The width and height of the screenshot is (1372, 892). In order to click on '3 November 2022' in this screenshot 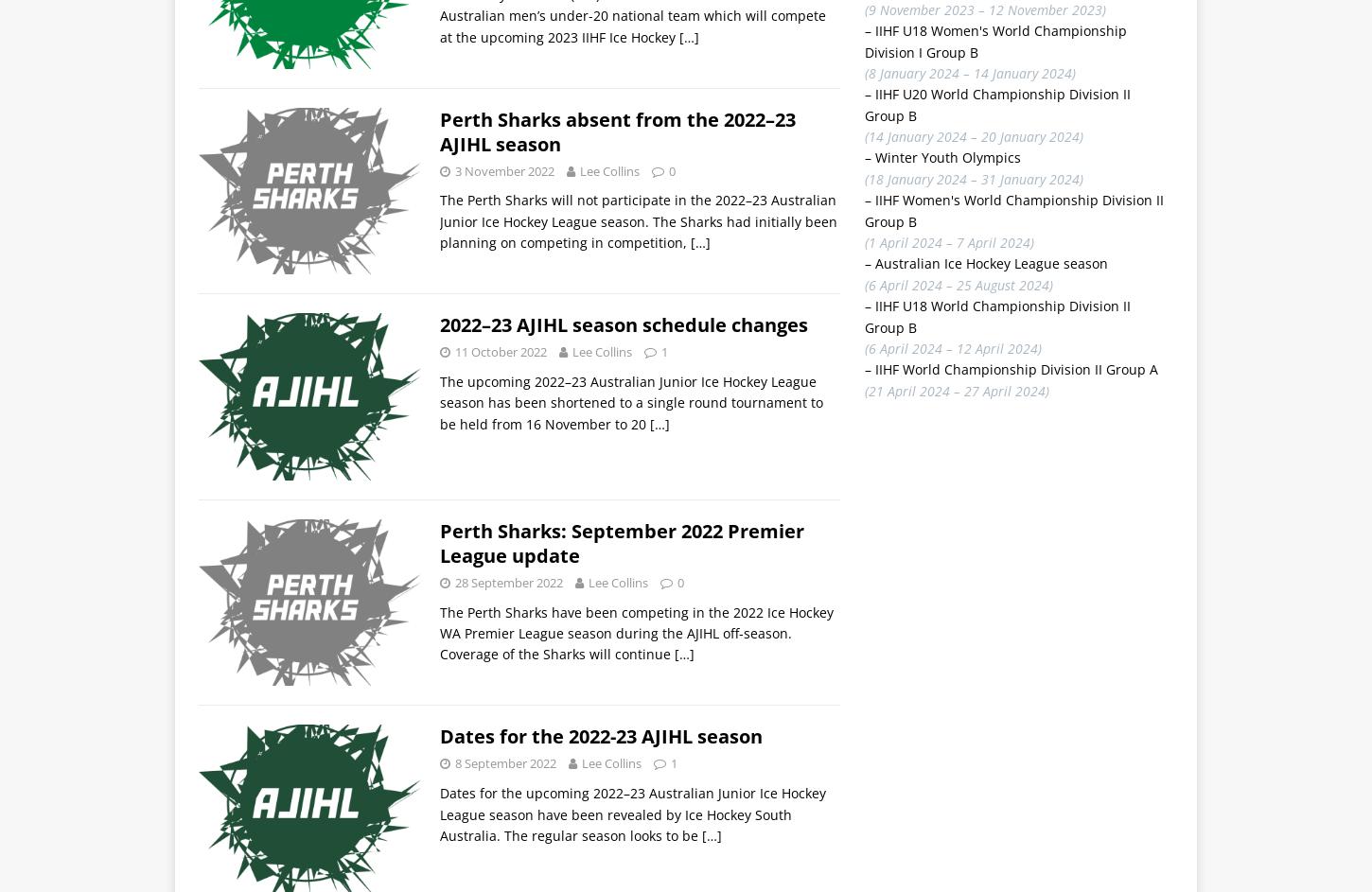, I will do `click(504, 169)`.